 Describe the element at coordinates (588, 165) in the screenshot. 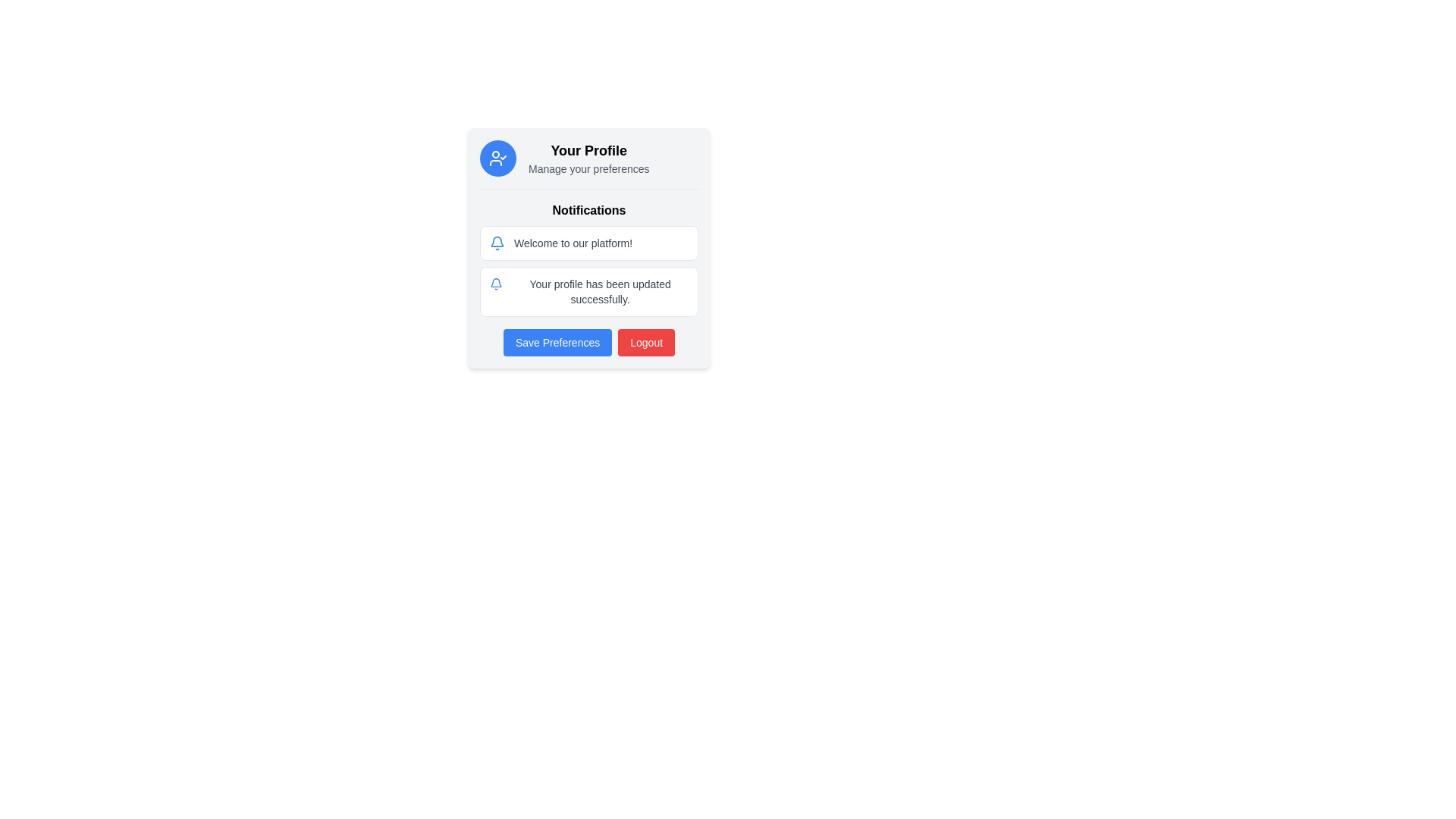

I see `the Header section that displays the profile section's title and brief description, located at the top of a card-like panel with a light gray background` at that location.